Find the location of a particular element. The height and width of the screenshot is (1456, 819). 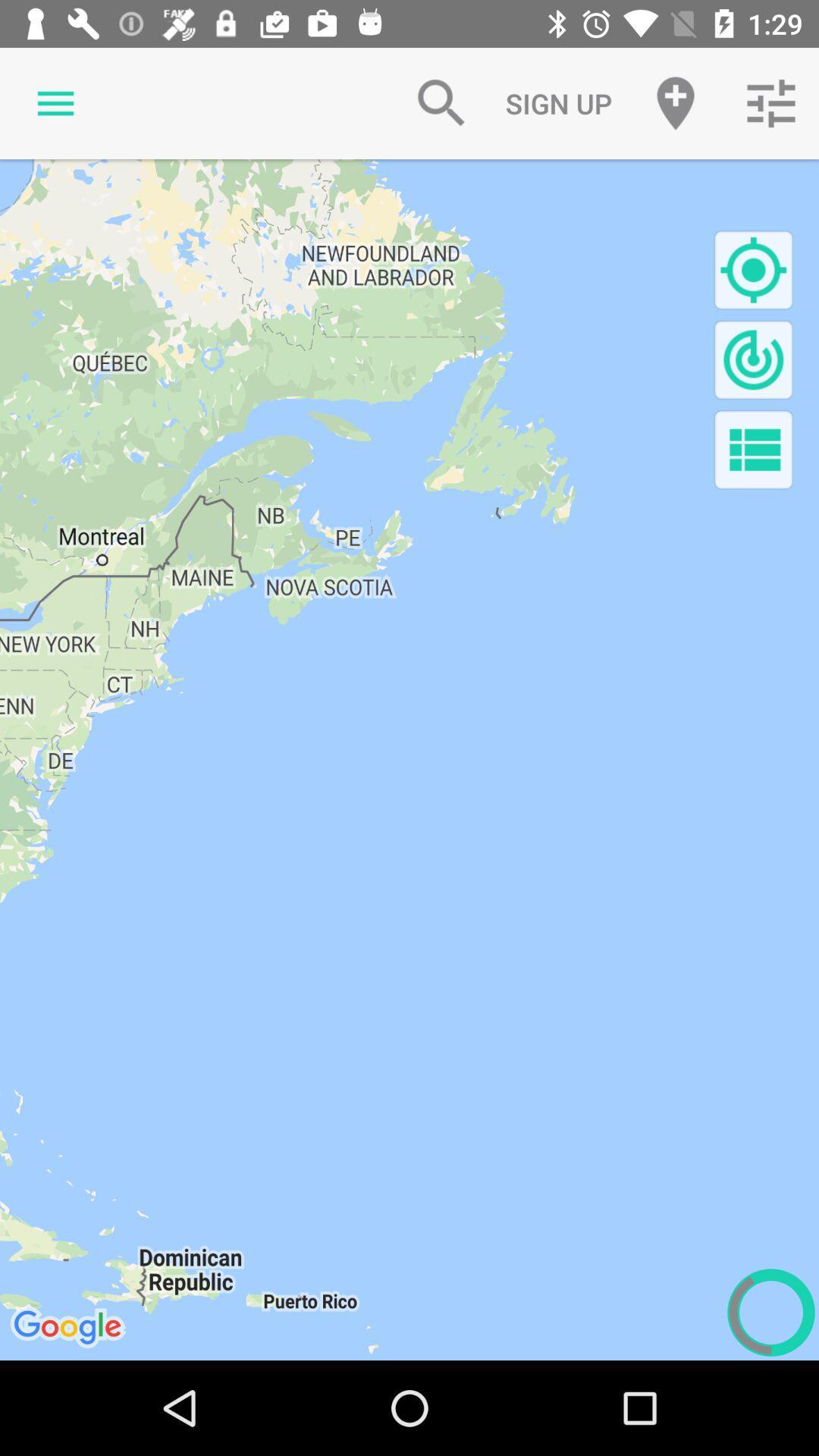

sign up is located at coordinates (558, 102).